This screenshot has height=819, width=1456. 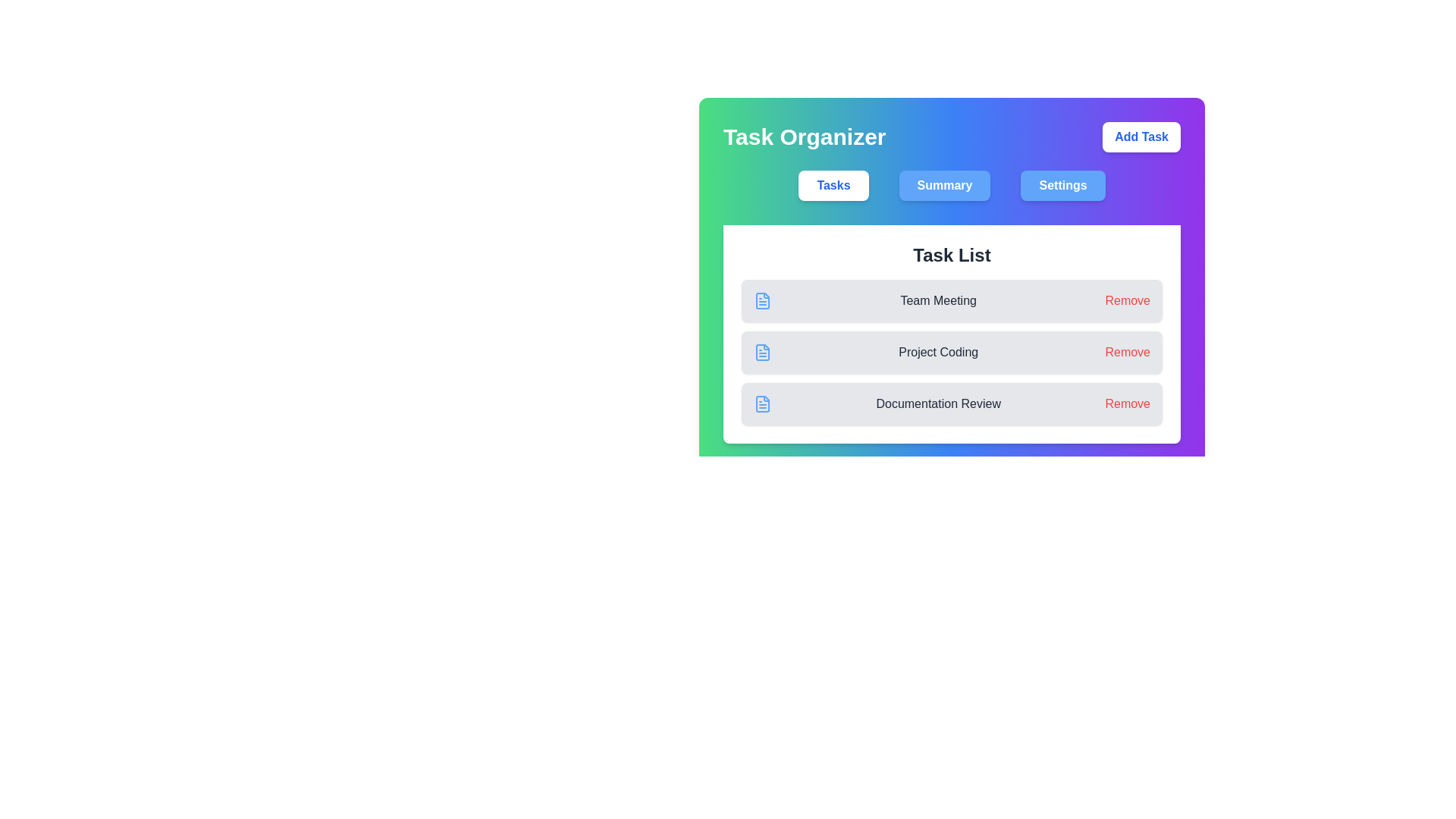 What do you see at coordinates (1128, 301) in the screenshot?
I see `the red 'Remove' textual label located on the right side of the 'Team Meeting' task in the task list to initiate task removal` at bounding box center [1128, 301].